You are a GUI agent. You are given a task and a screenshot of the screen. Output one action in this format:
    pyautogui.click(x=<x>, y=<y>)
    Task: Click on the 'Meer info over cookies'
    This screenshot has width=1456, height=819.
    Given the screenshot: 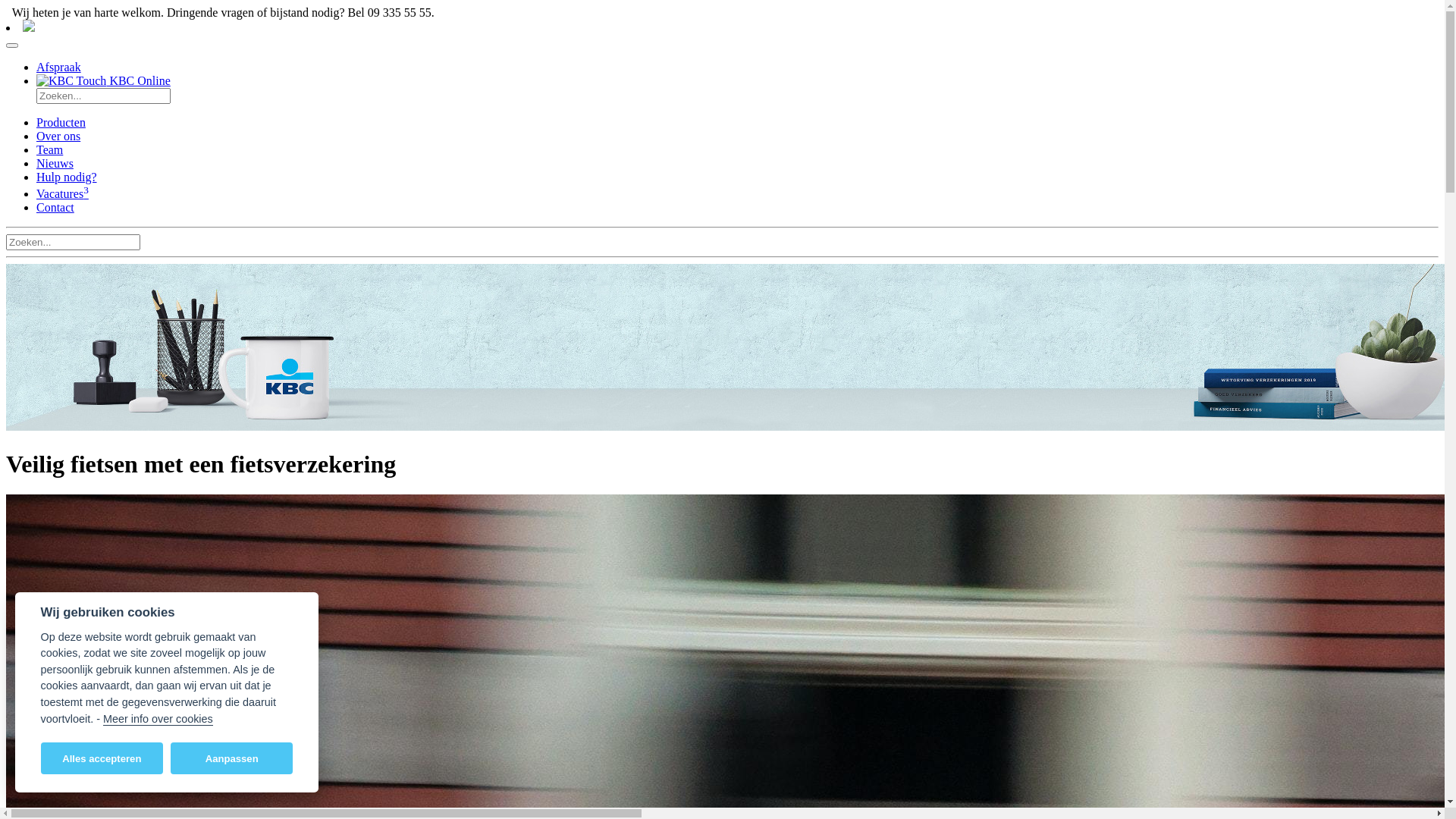 What is the action you would take?
    pyautogui.click(x=158, y=717)
    